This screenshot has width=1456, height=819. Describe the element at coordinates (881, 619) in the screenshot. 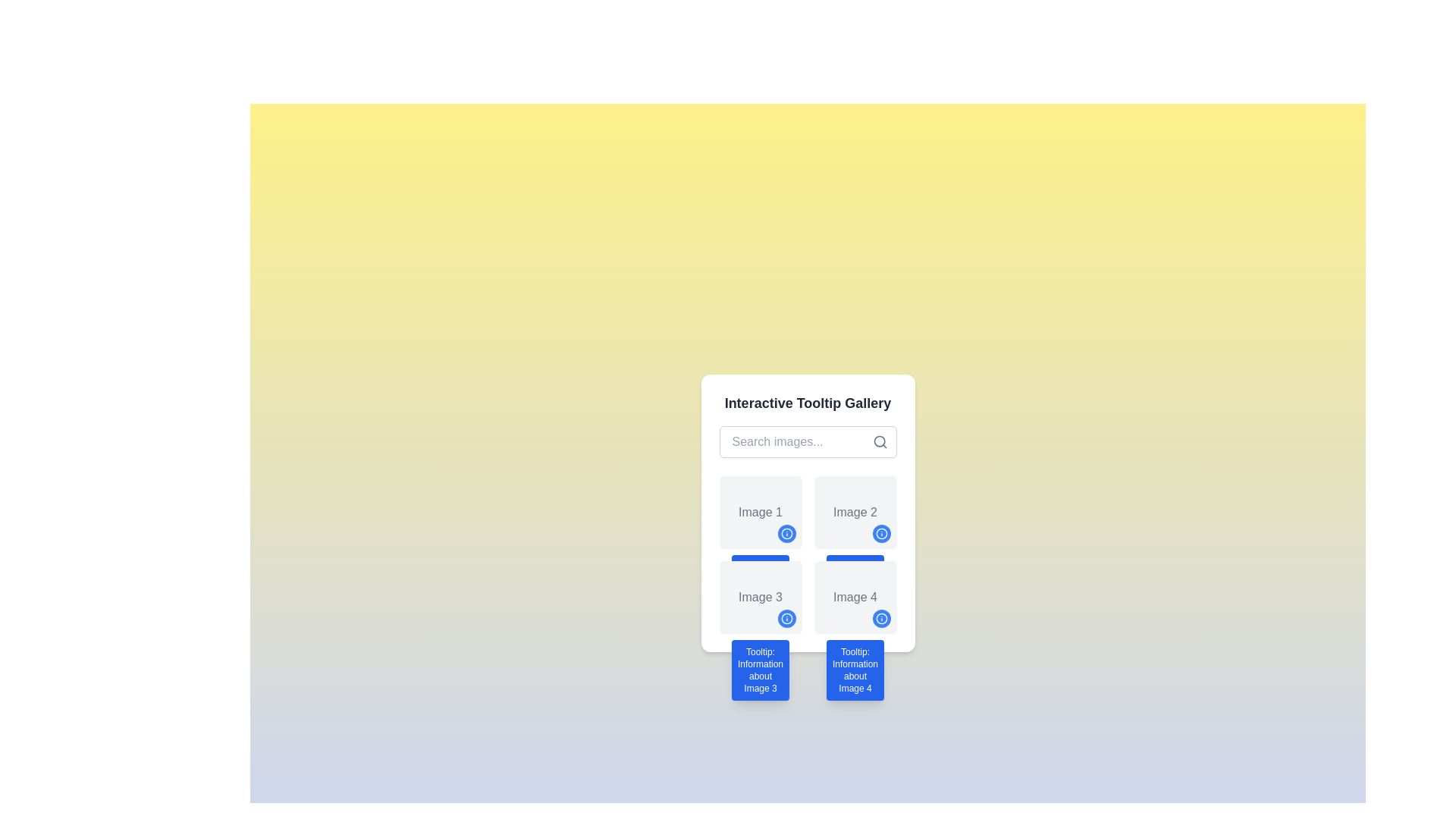

I see `the information icon, which is a circular outline with a small 'i' symbol in the center, located at the bottom-right corner of the fourth image in a grid layout` at that location.